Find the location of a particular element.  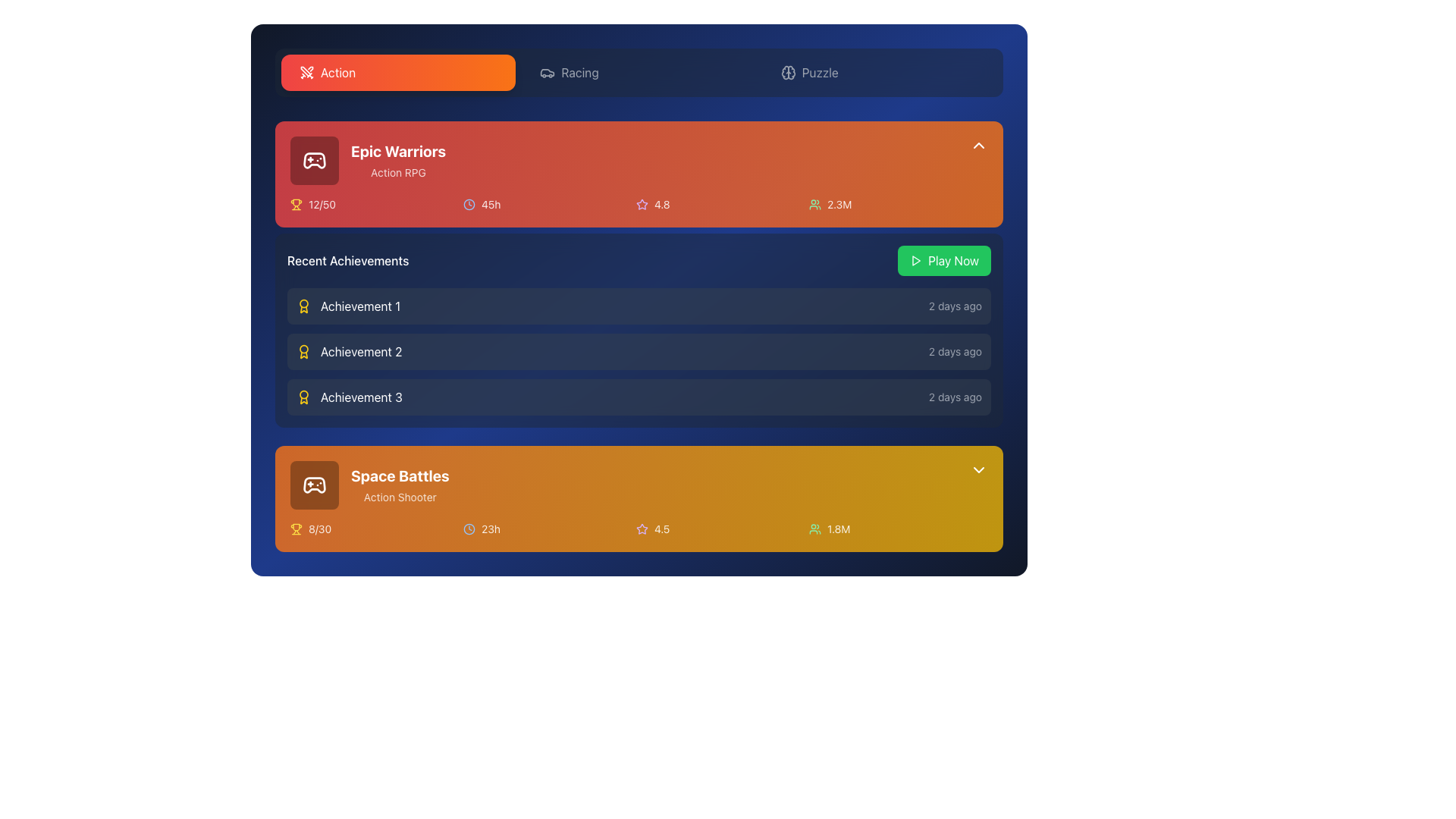

text content of the label displaying 'Achievement 2', which is part of the 'Recent Achievements' section and is located in the second row, next to a yellow icon is located at coordinates (360, 351).